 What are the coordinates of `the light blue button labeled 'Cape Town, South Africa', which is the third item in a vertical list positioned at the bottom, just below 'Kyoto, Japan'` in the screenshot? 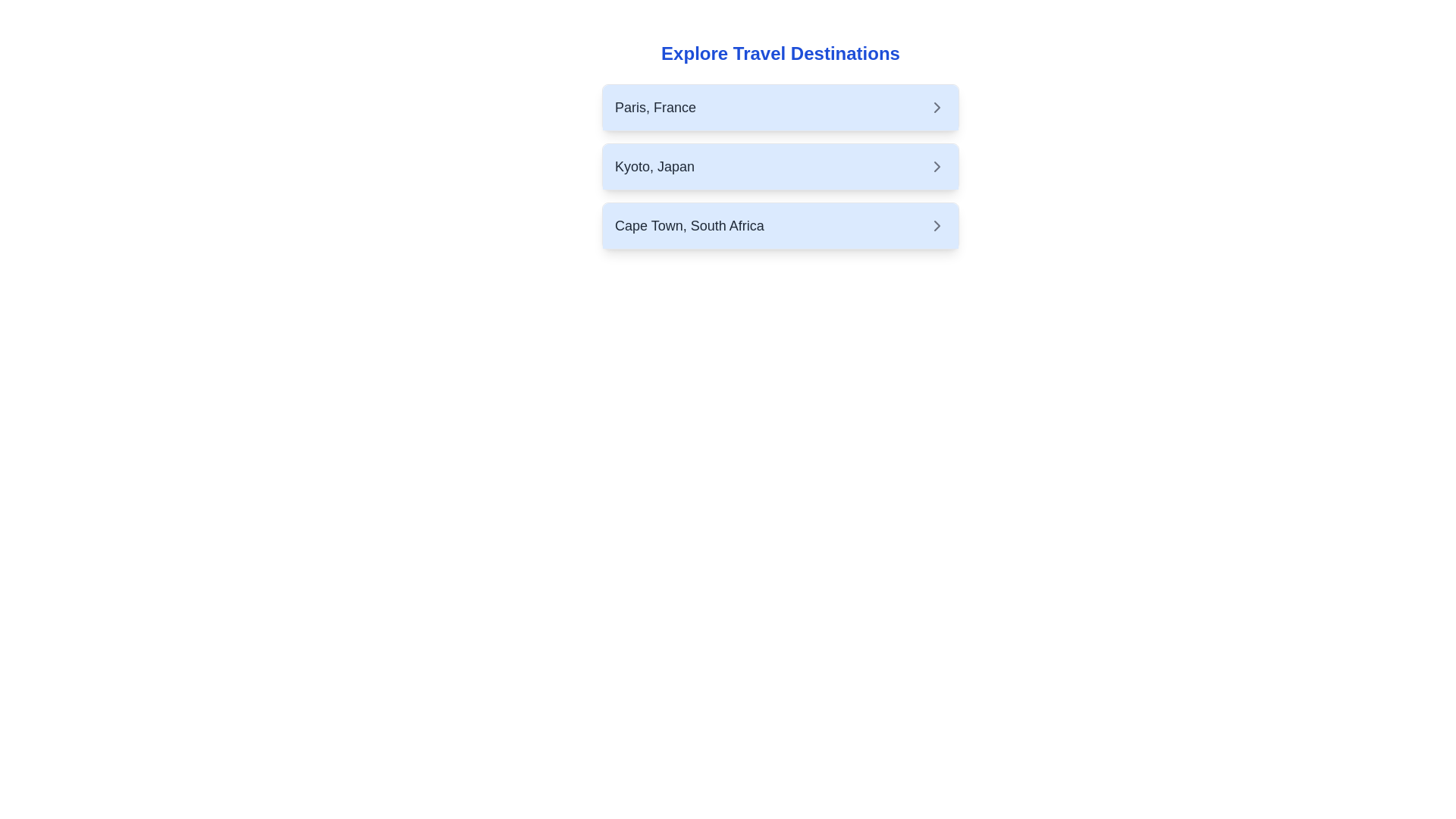 It's located at (780, 225).